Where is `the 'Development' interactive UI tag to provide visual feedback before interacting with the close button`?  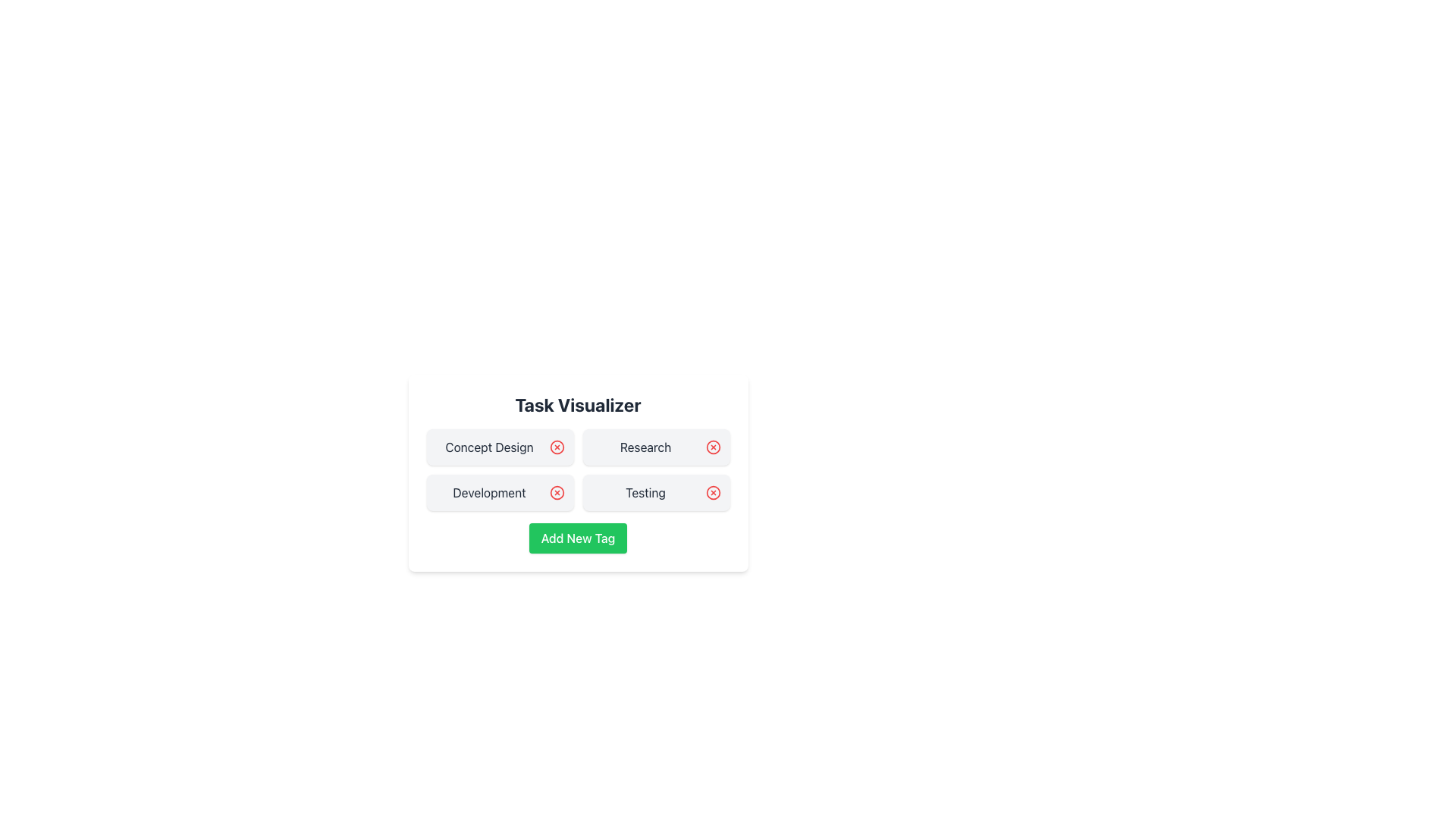
the 'Development' interactive UI tag to provide visual feedback before interacting with the close button is located at coordinates (500, 493).